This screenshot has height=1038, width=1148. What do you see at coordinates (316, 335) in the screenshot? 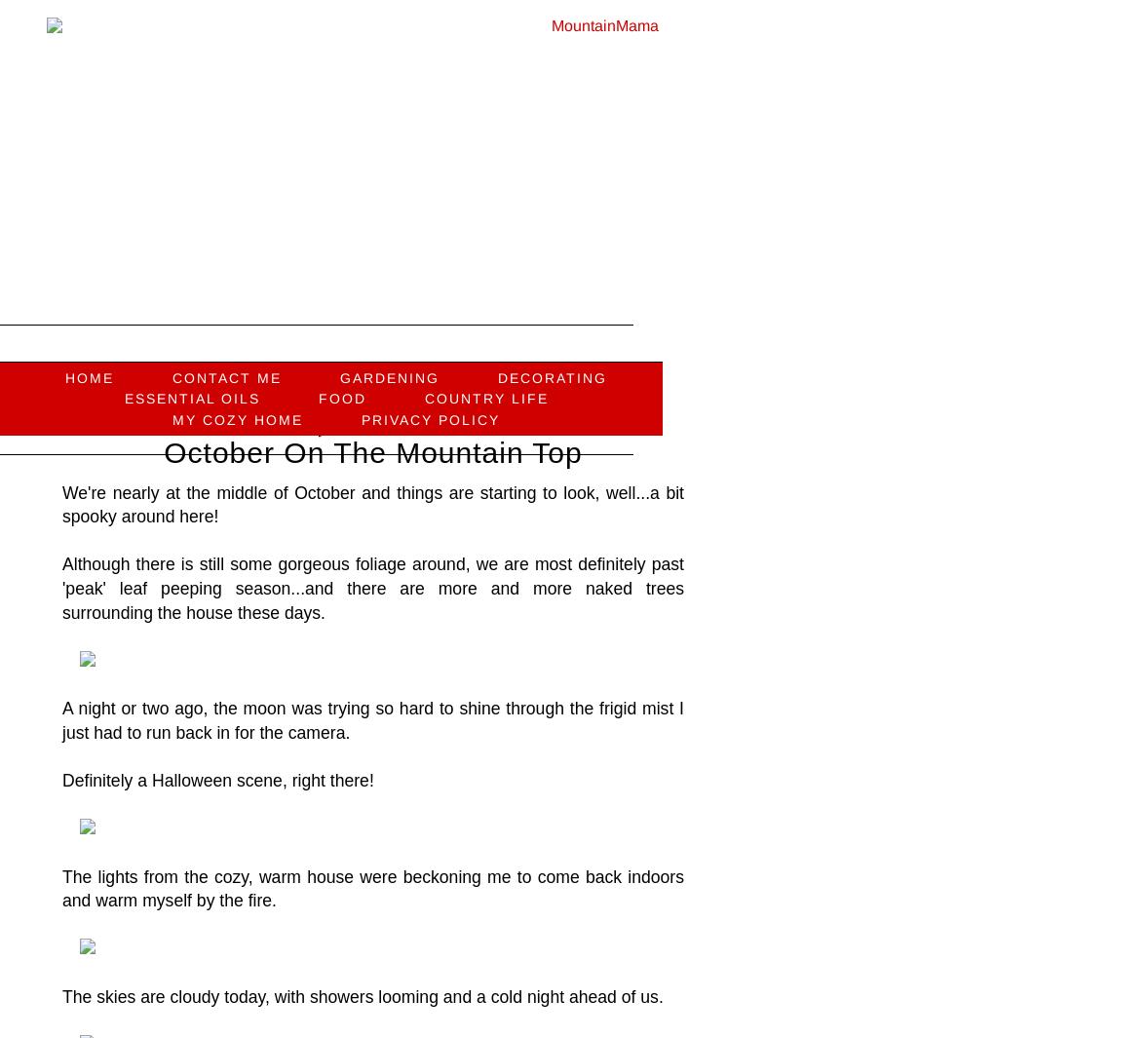
I see `'Pages'` at bounding box center [316, 335].